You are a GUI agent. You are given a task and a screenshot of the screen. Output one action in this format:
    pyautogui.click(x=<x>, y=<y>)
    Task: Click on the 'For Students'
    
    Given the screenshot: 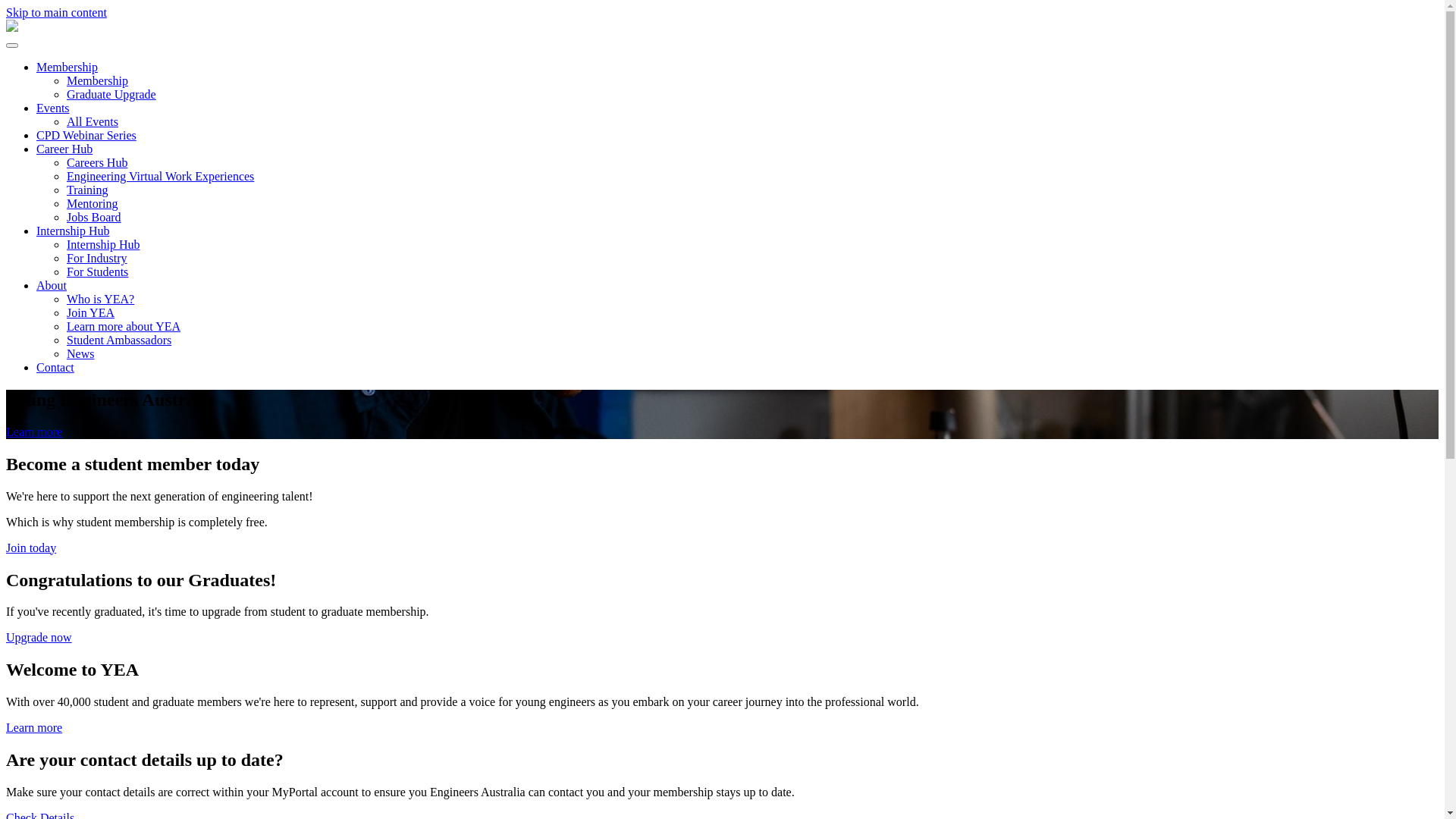 What is the action you would take?
    pyautogui.click(x=96, y=271)
    